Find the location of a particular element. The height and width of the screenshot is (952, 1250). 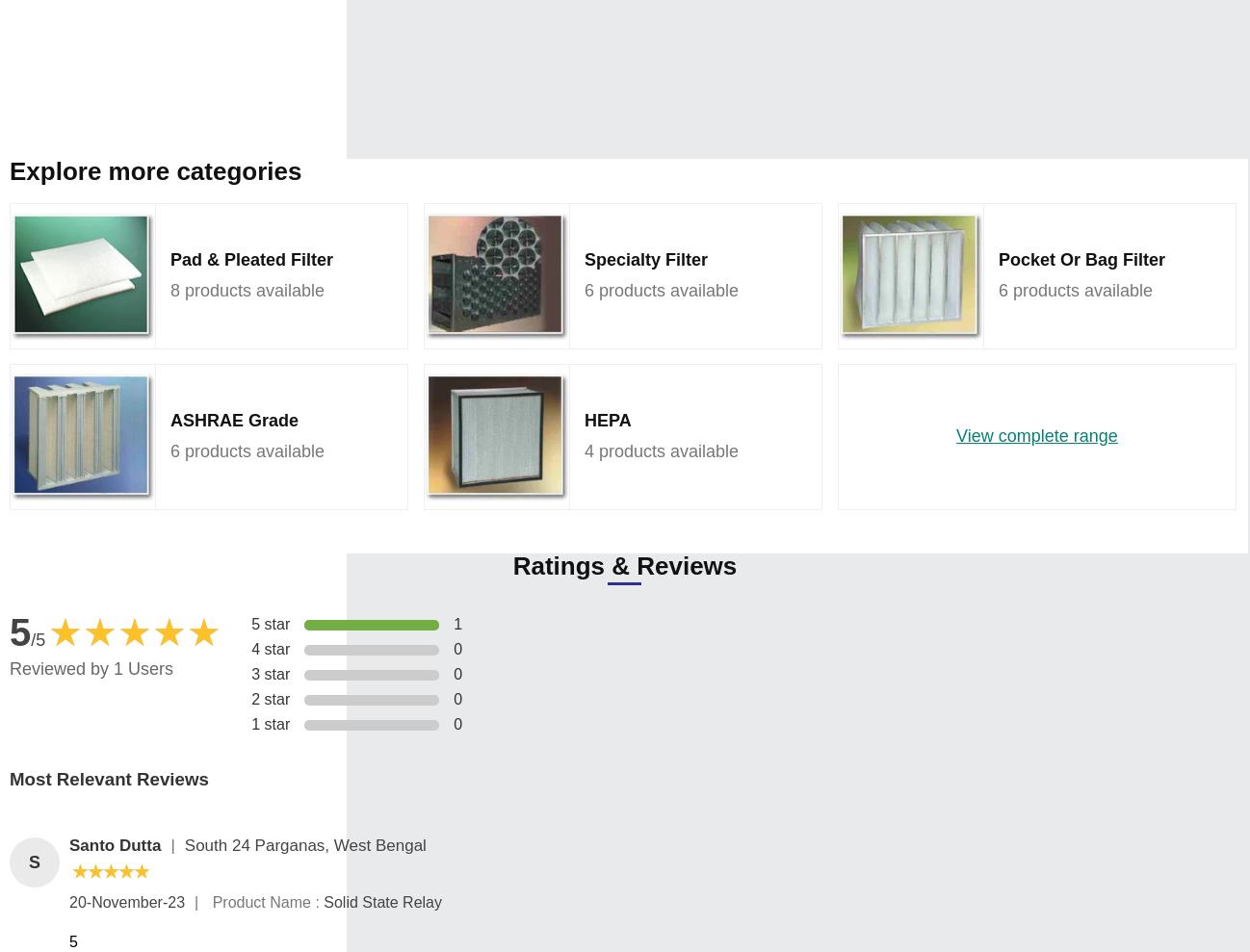

'3 star' is located at coordinates (270, 673).